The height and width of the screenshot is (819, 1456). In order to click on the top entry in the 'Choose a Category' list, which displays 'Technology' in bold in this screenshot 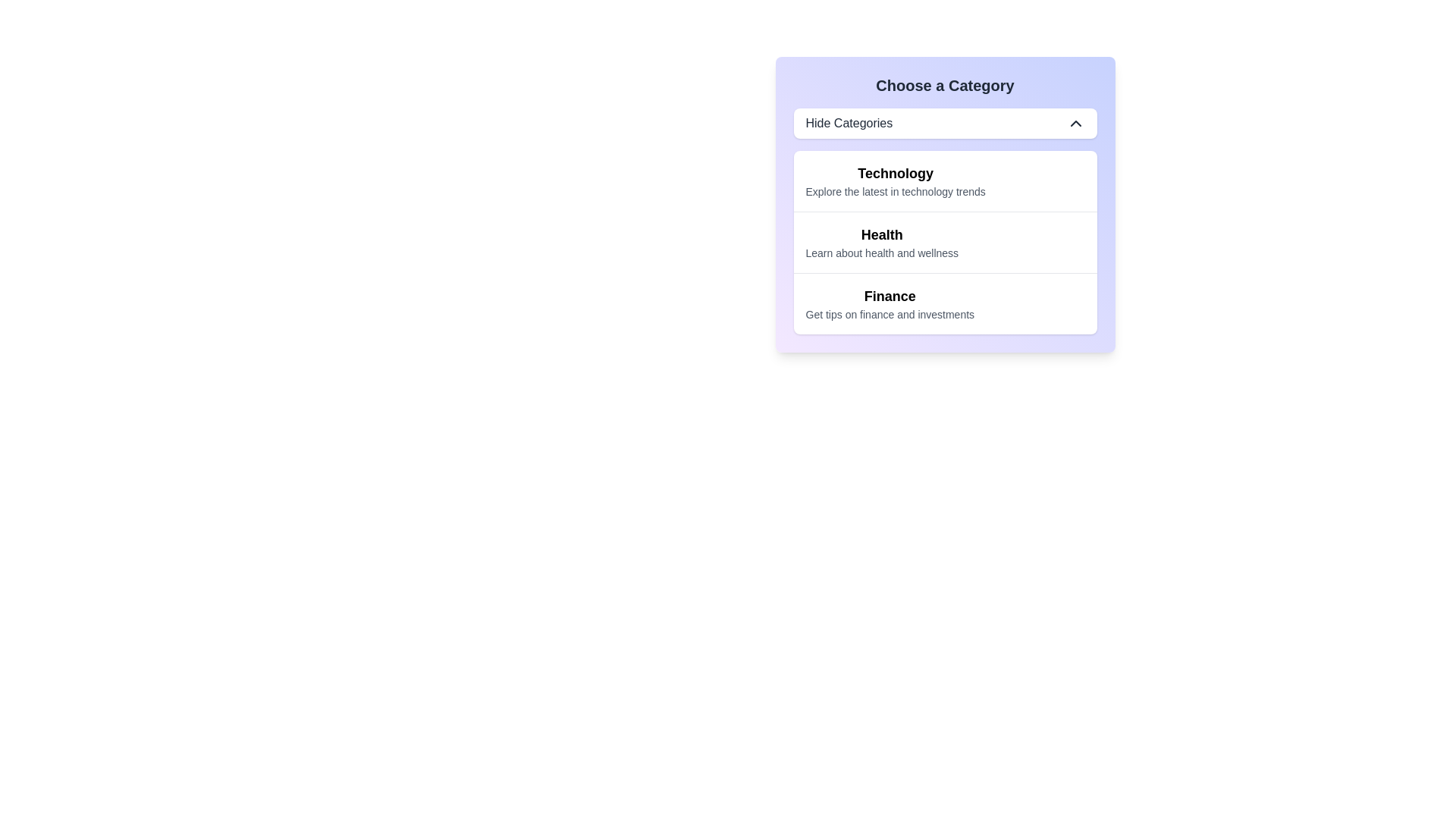, I will do `click(896, 180)`.